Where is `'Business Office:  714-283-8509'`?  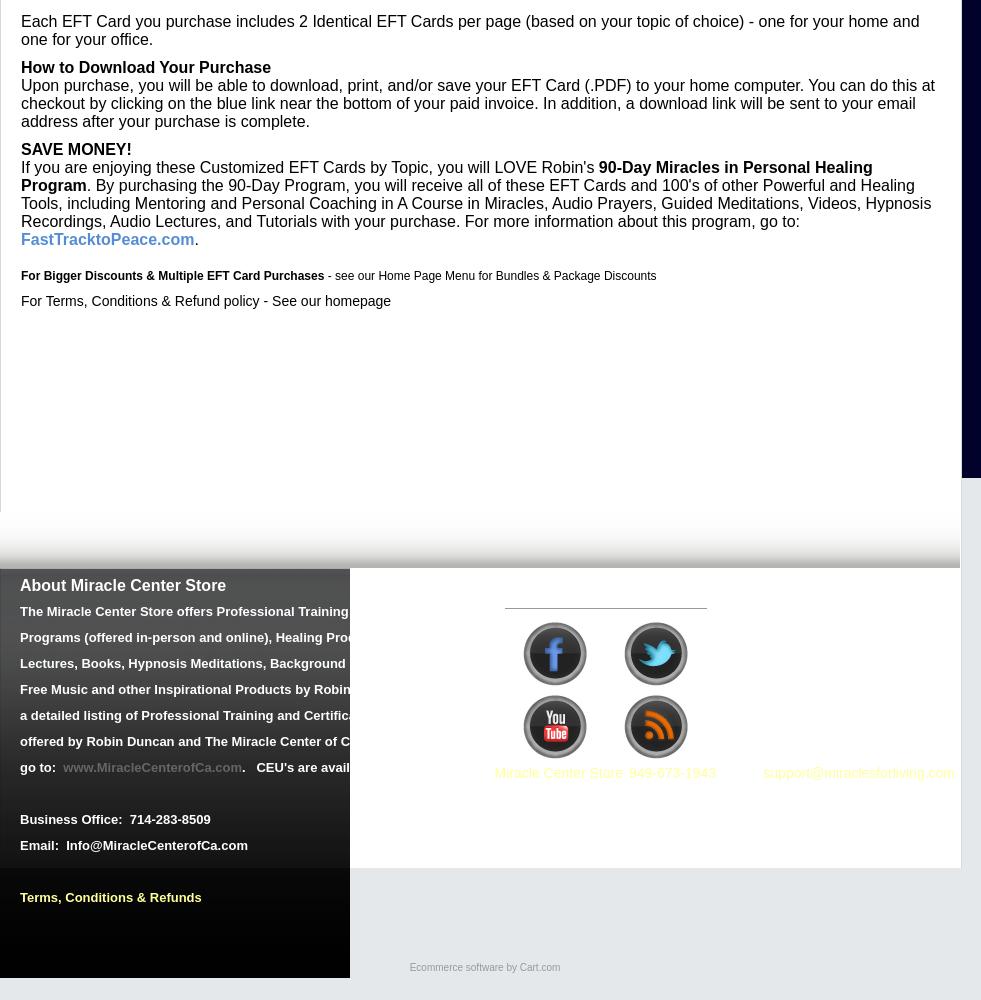 'Business Office:  714-283-8509' is located at coordinates (19, 818).